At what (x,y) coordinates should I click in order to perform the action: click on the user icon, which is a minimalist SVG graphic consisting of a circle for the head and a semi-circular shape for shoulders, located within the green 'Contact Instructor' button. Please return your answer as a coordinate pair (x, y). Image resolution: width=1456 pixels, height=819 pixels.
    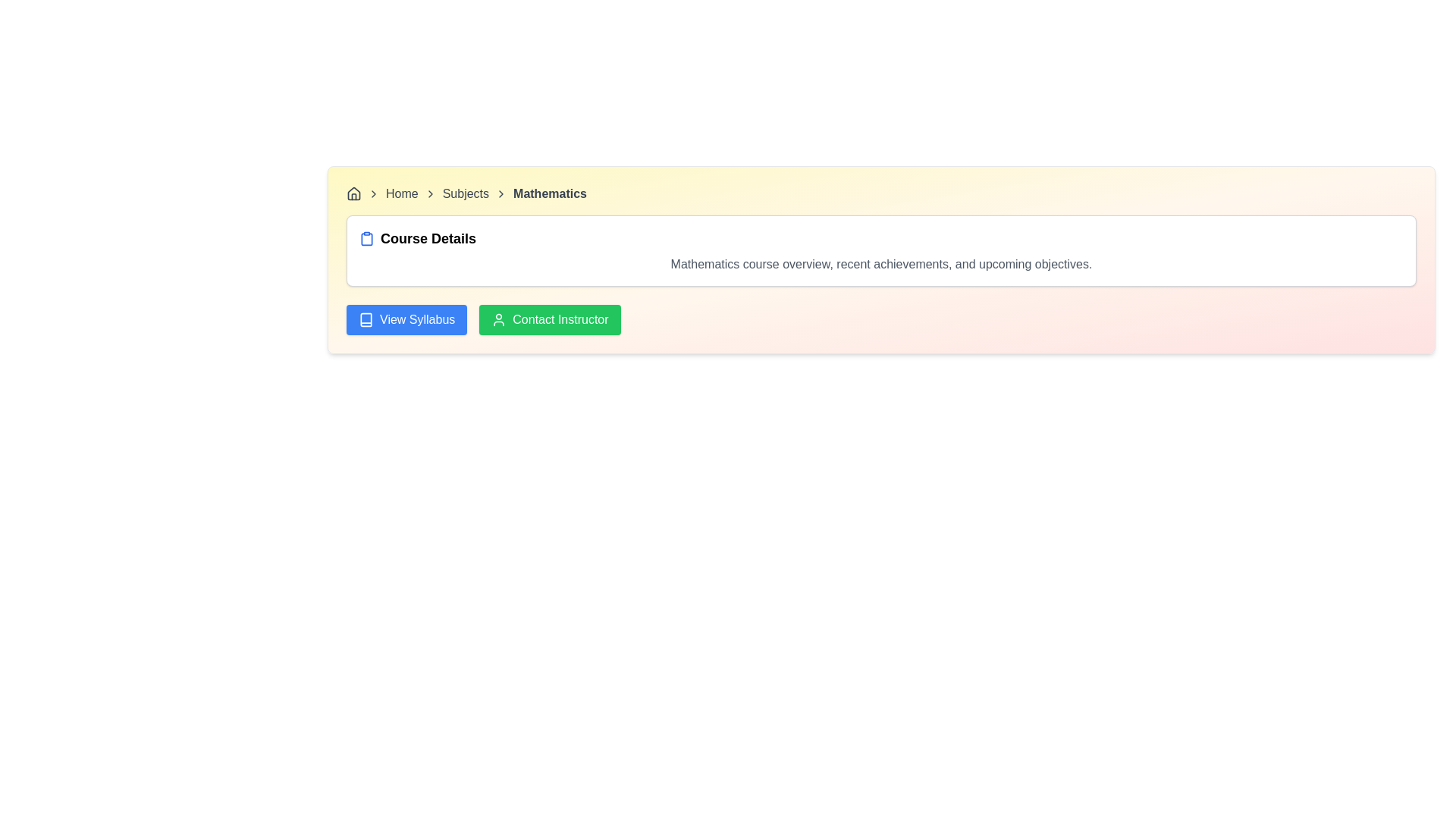
    Looking at the image, I should click on (499, 318).